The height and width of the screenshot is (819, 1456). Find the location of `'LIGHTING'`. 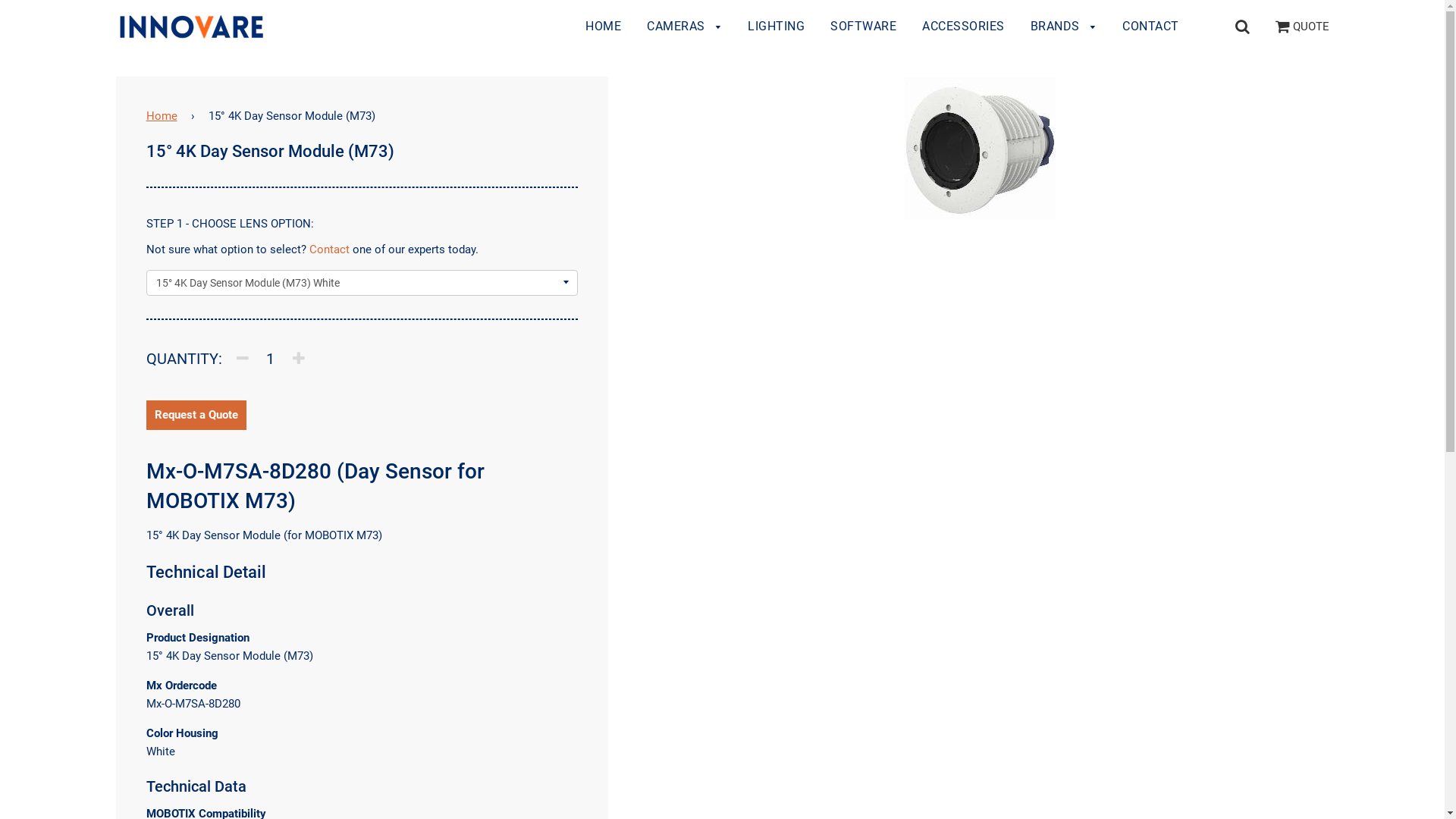

'LIGHTING' is located at coordinates (736, 26).